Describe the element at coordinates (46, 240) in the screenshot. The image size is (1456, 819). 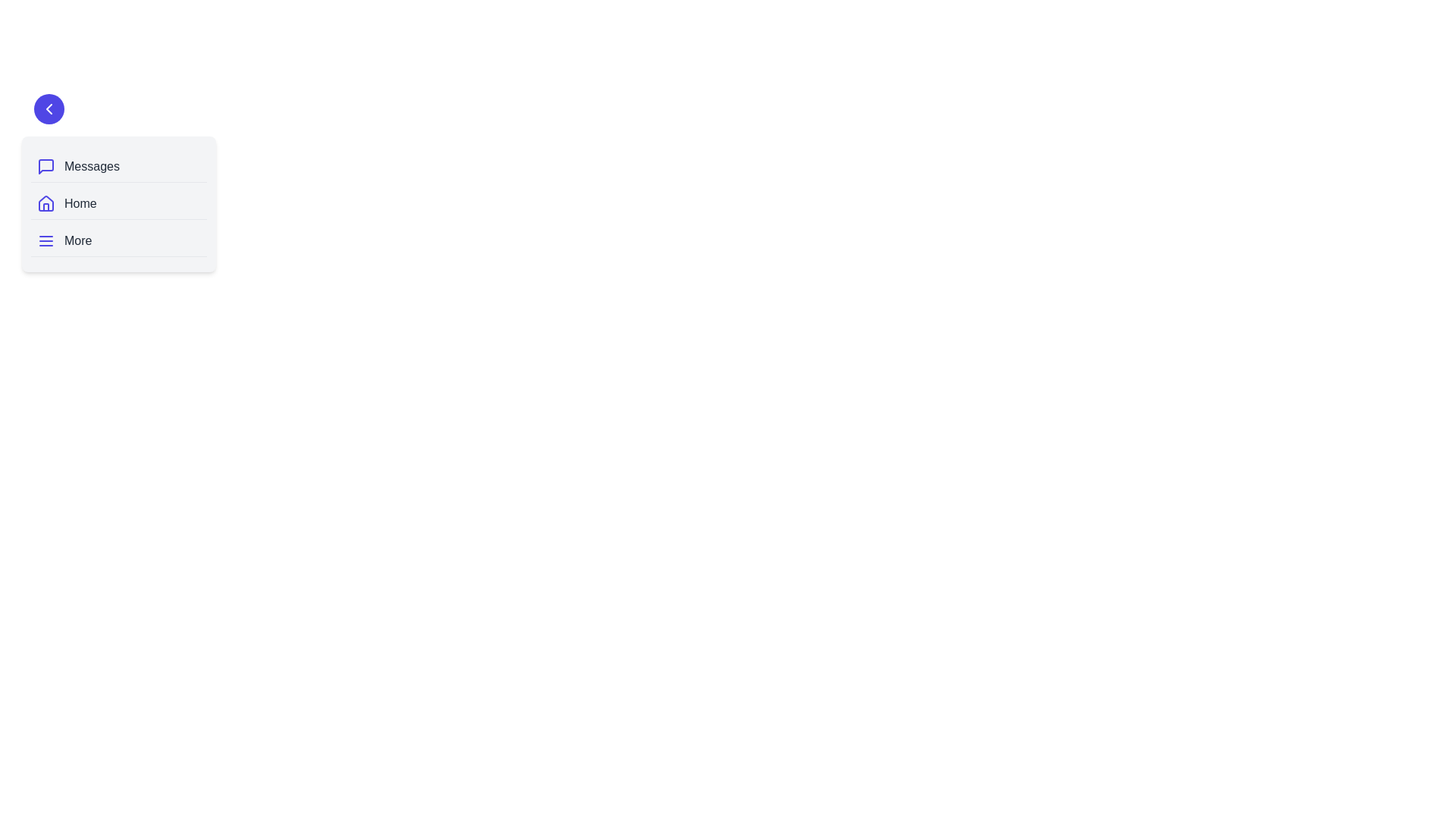
I see `the icon labeled 'More'` at that location.